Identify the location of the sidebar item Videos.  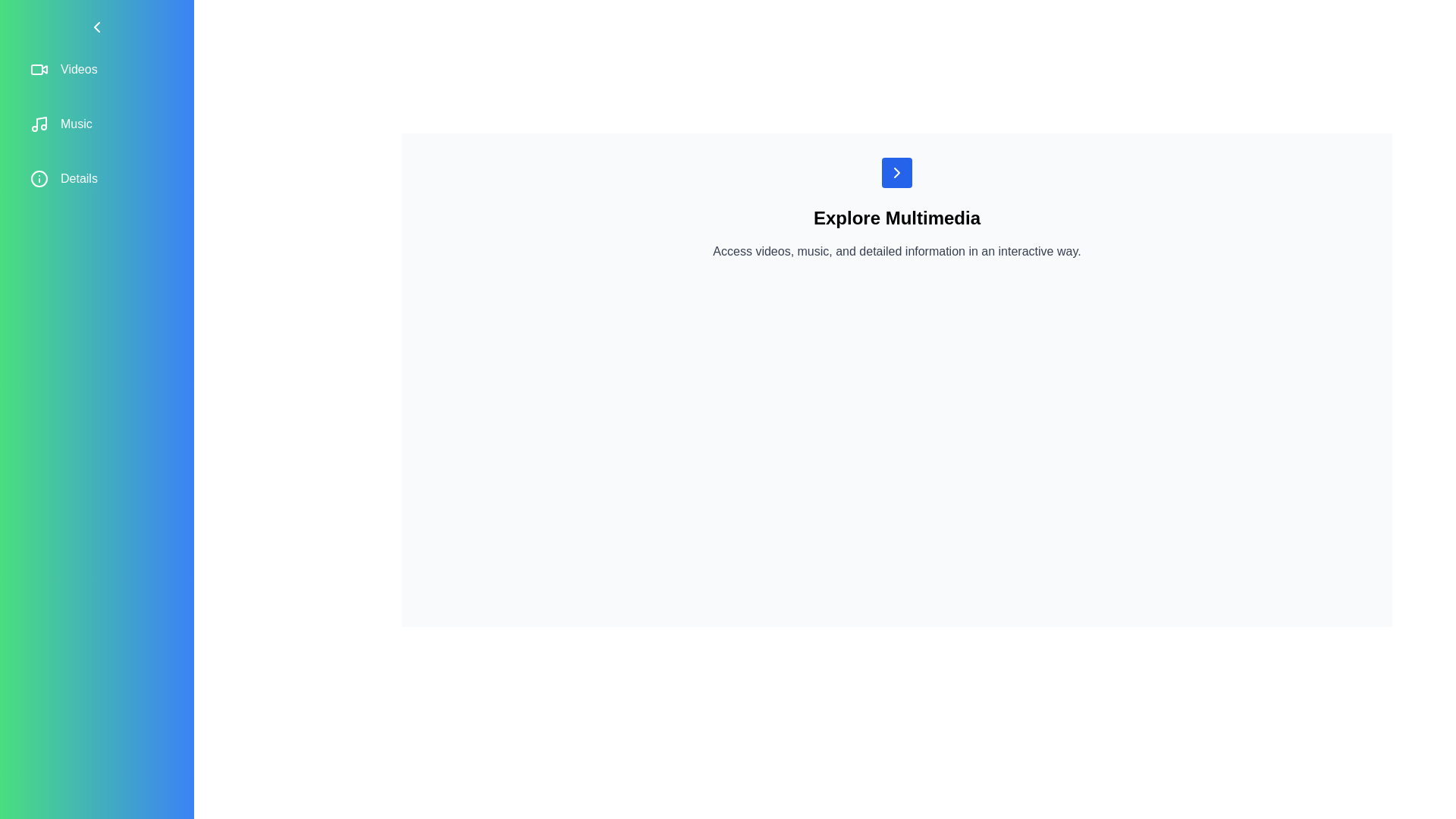
(96, 70).